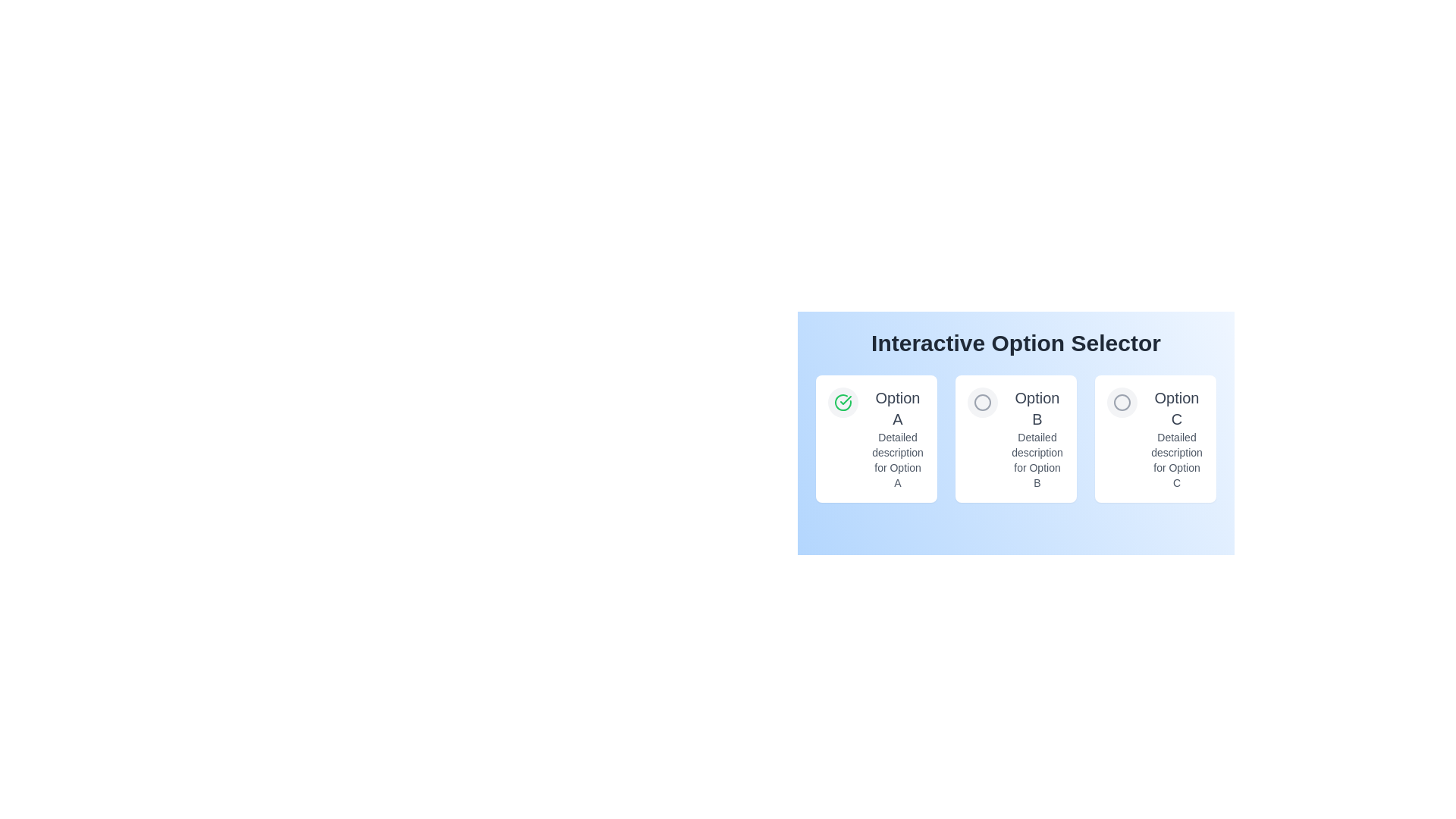 The image size is (1456, 819). I want to click on the Static Text element that provides additional details about Option C, located below the 'Option C' heading in the third option box, so click(1175, 459).